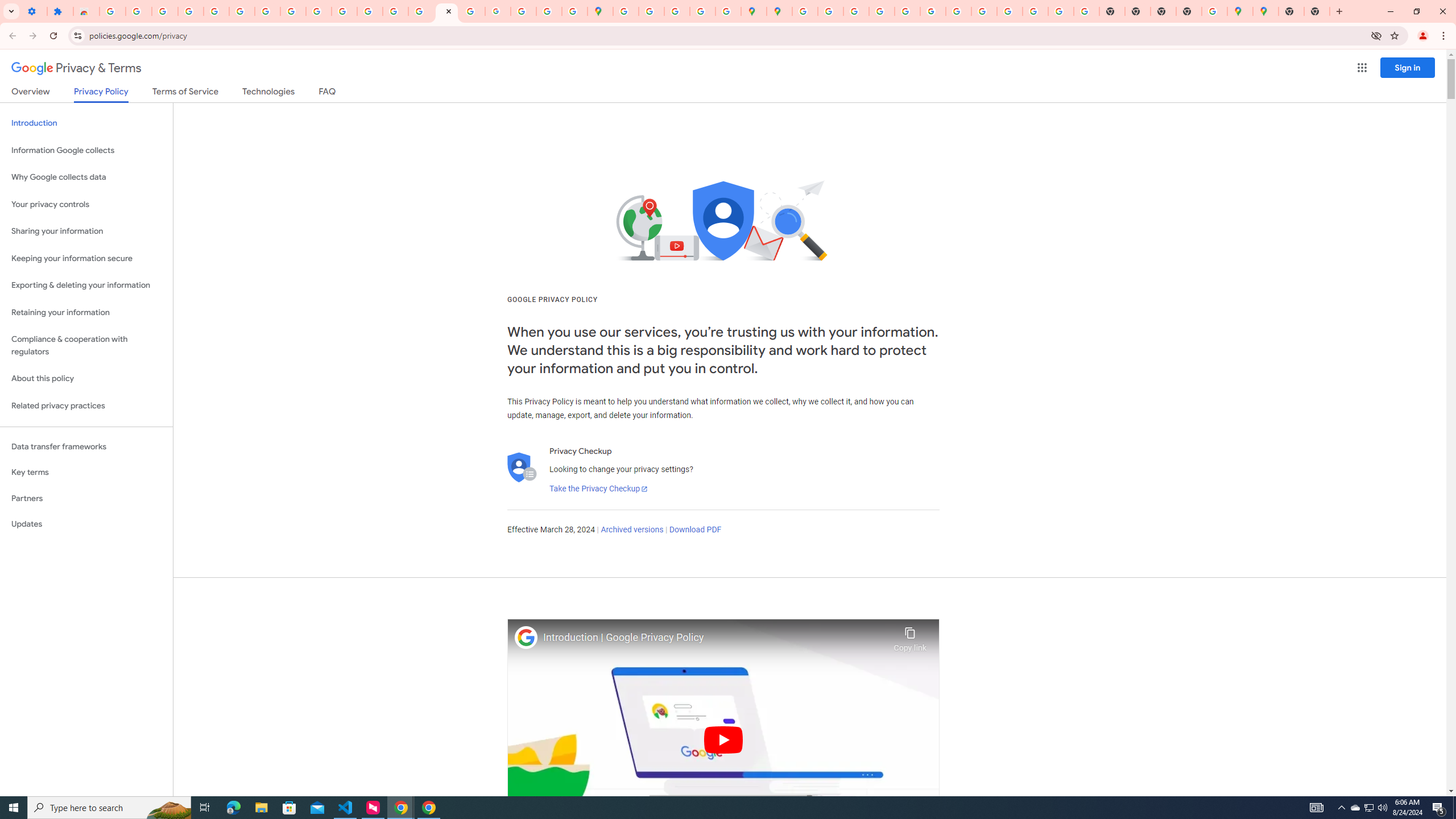 The image size is (1456, 819). Describe the element at coordinates (1317, 11) in the screenshot. I see `'New Tab'` at that location.